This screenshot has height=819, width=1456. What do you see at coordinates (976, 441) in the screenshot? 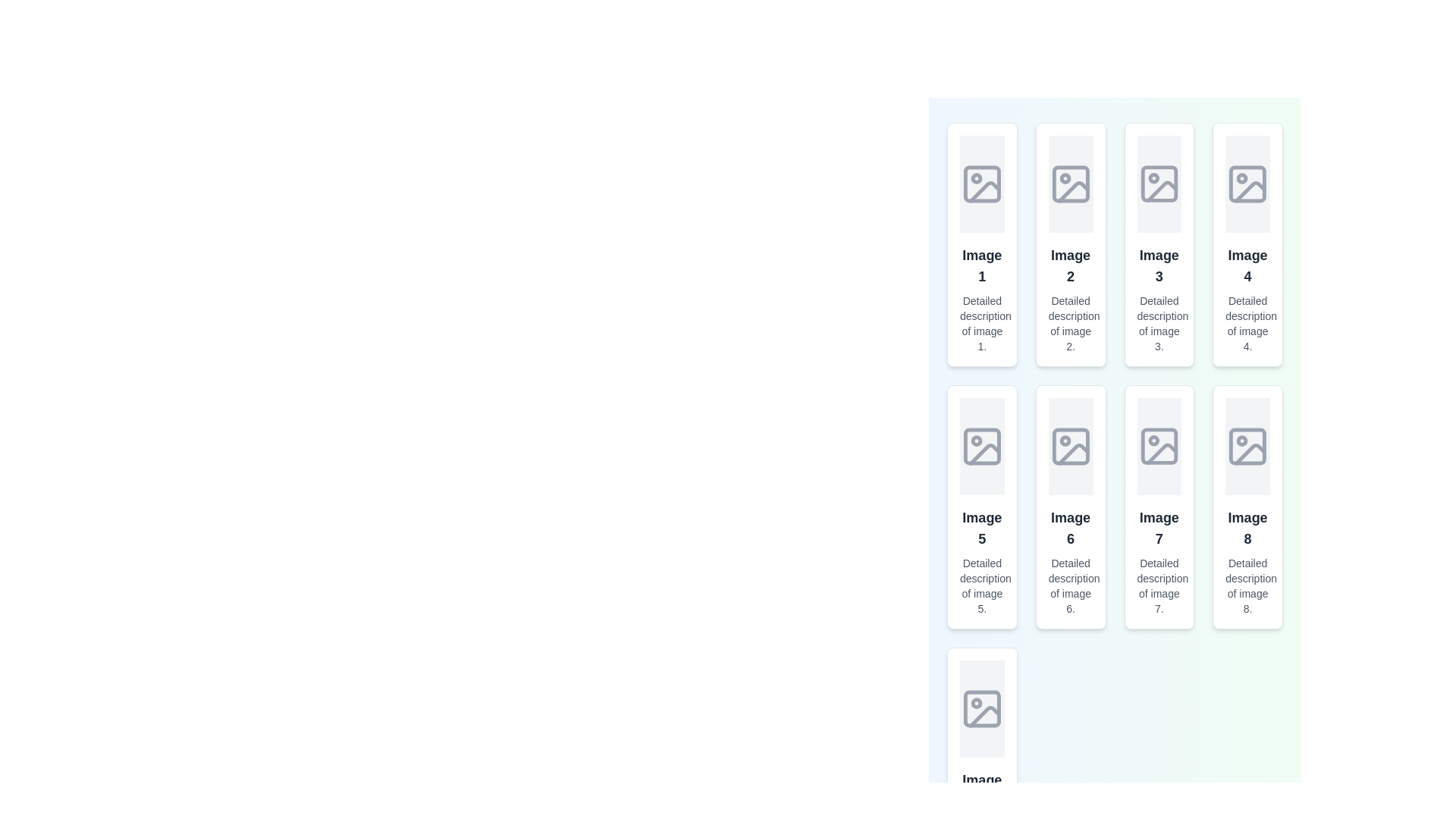
I see `the circular graphical component within the SVG placeholder image icon located in the 'Image 5' card of the second row` at bounding box center [976, 441].